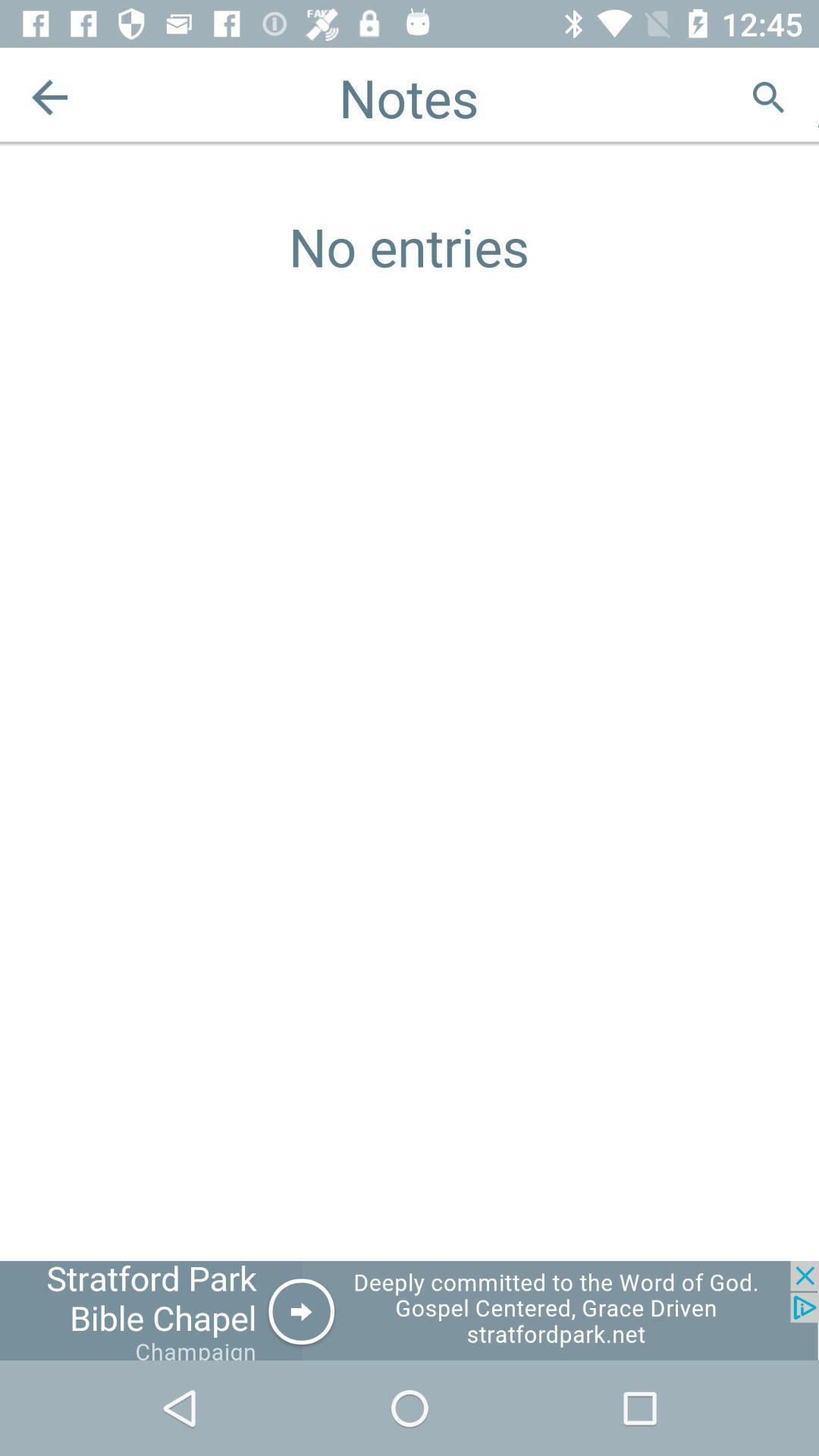  I want to click on go back, so click(49, 96).